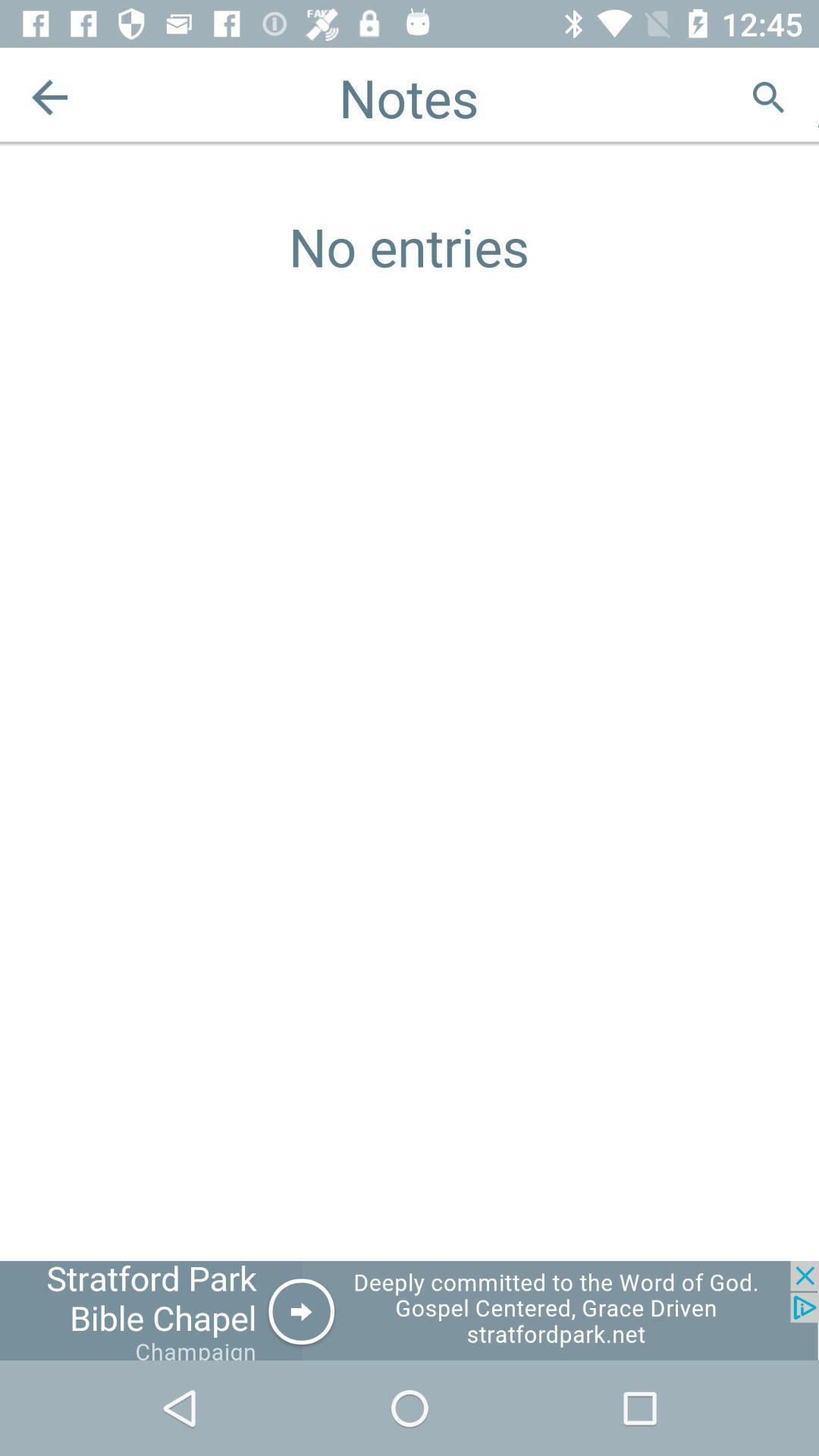  I want to click on go back, so click(49, 96).